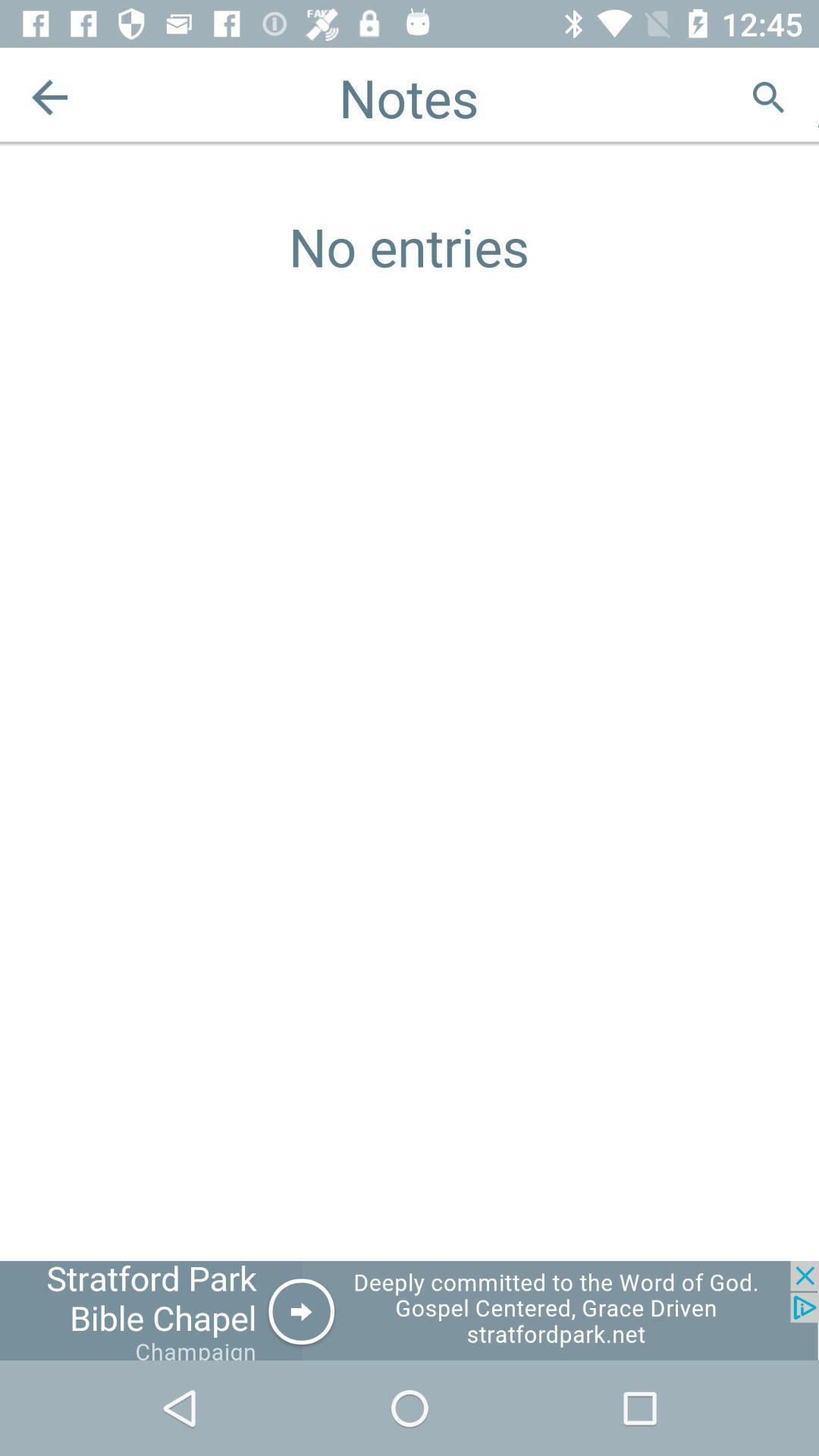  I want to click on go back, so click(49, 96).